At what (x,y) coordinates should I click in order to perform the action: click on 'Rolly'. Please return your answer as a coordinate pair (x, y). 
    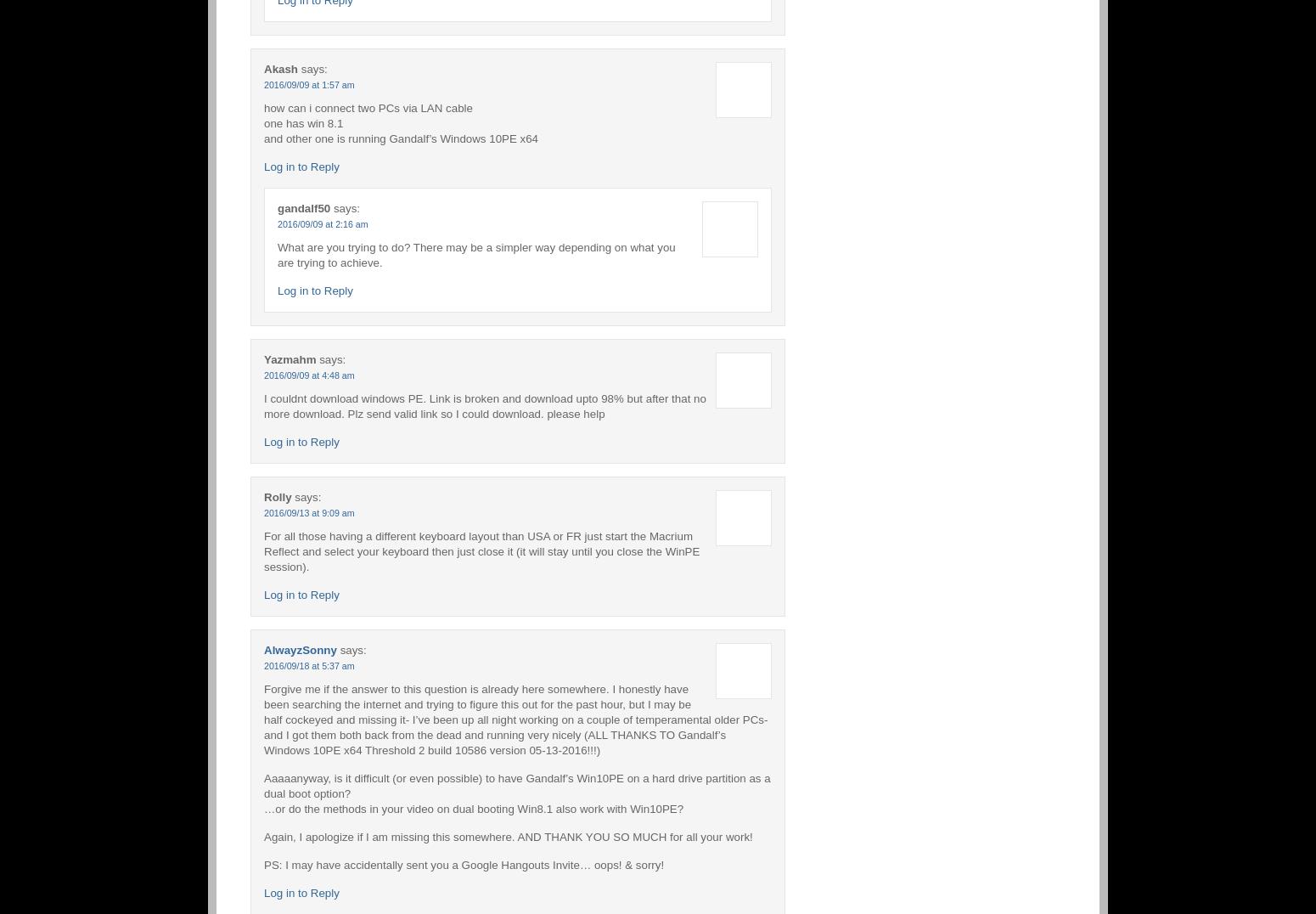
    Looking at the image, I should click on (263, 496).